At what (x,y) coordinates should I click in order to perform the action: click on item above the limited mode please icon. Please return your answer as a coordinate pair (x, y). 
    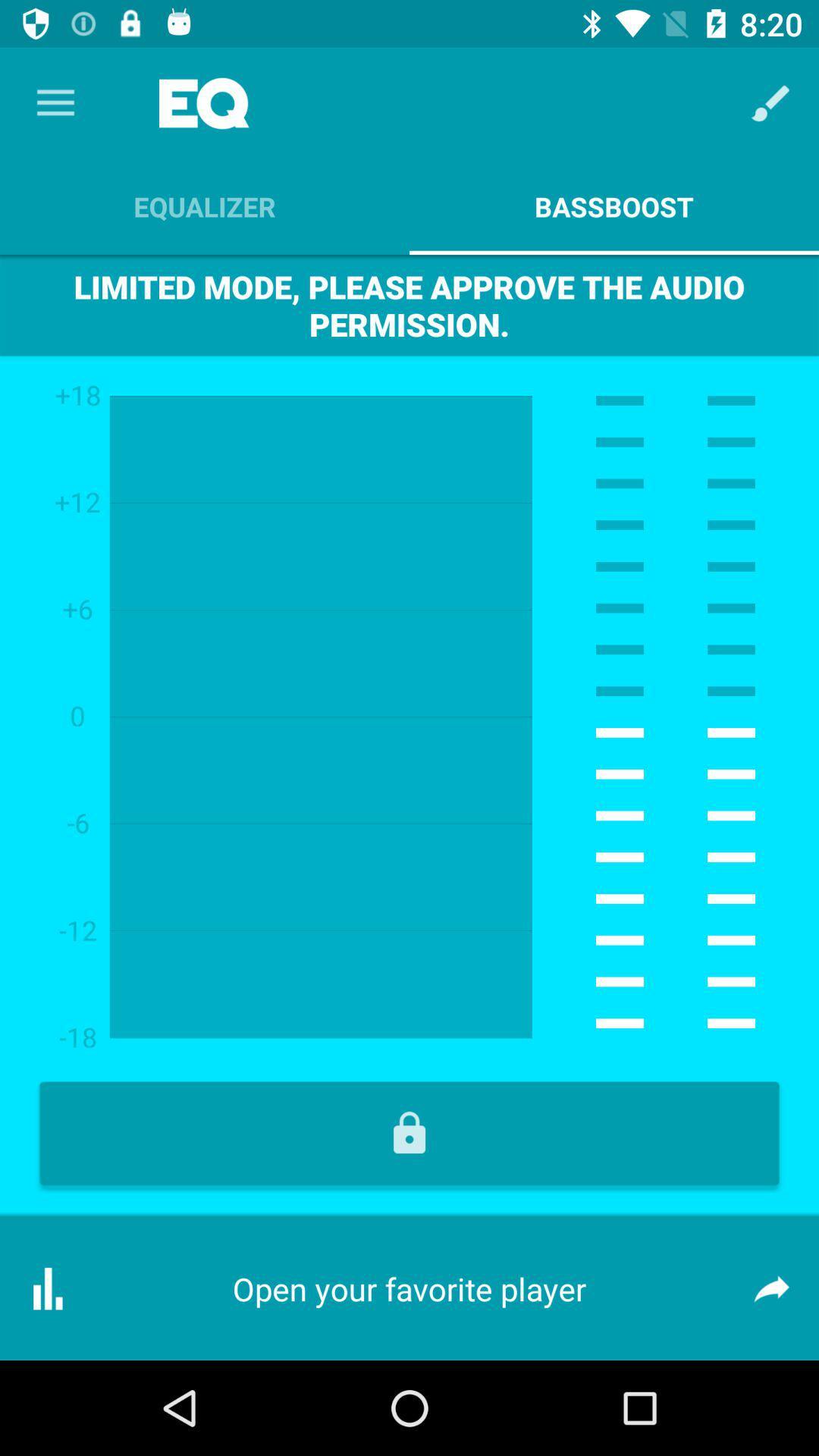
    Looking at the image, I should click on (205, 206).